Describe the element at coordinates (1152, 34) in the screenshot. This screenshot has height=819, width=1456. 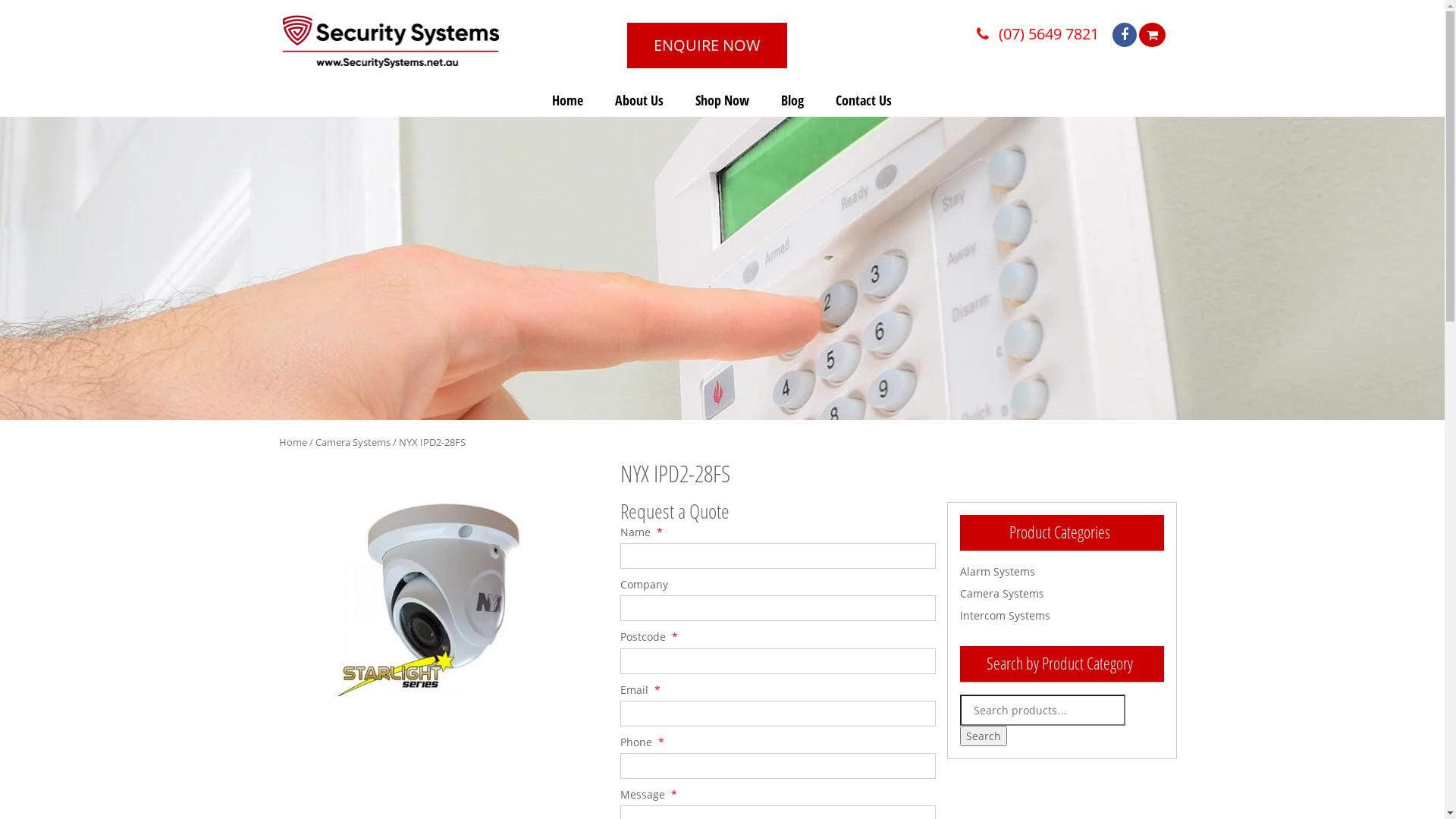
I see `'View your shopping cart'` at that location.